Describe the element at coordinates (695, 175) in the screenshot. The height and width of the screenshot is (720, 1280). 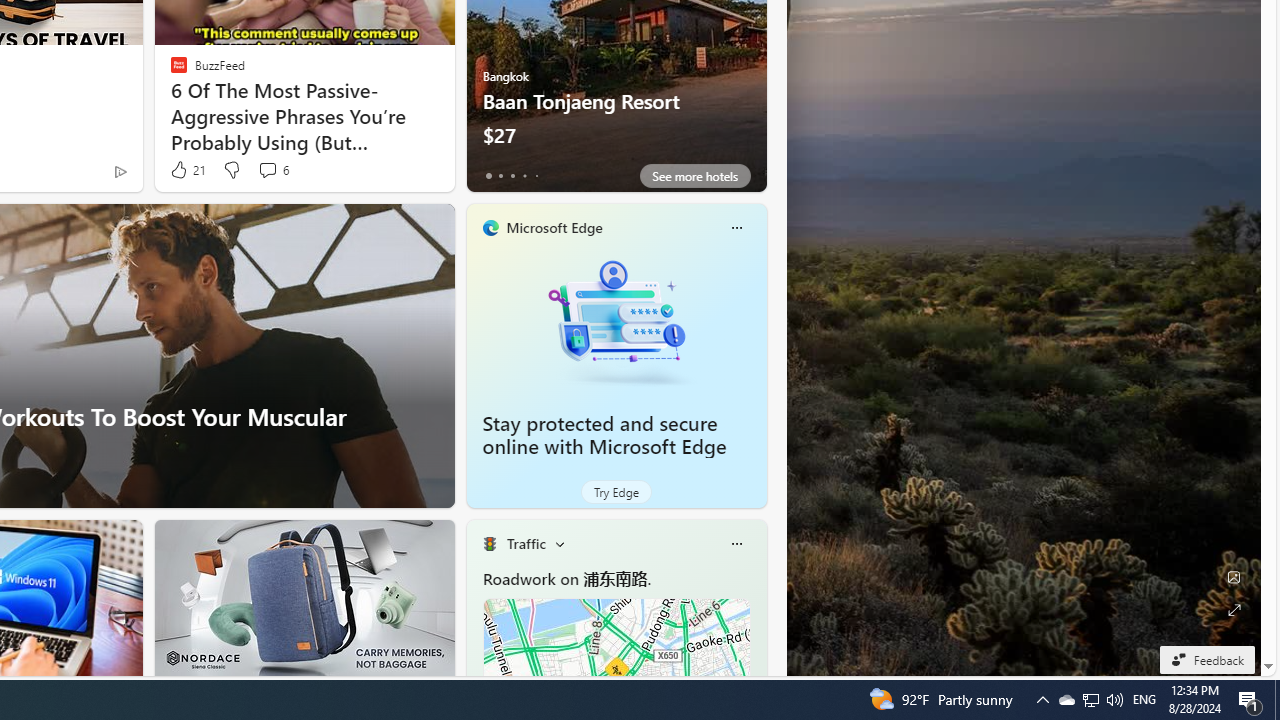
I see `'See more hotels'` at that location.